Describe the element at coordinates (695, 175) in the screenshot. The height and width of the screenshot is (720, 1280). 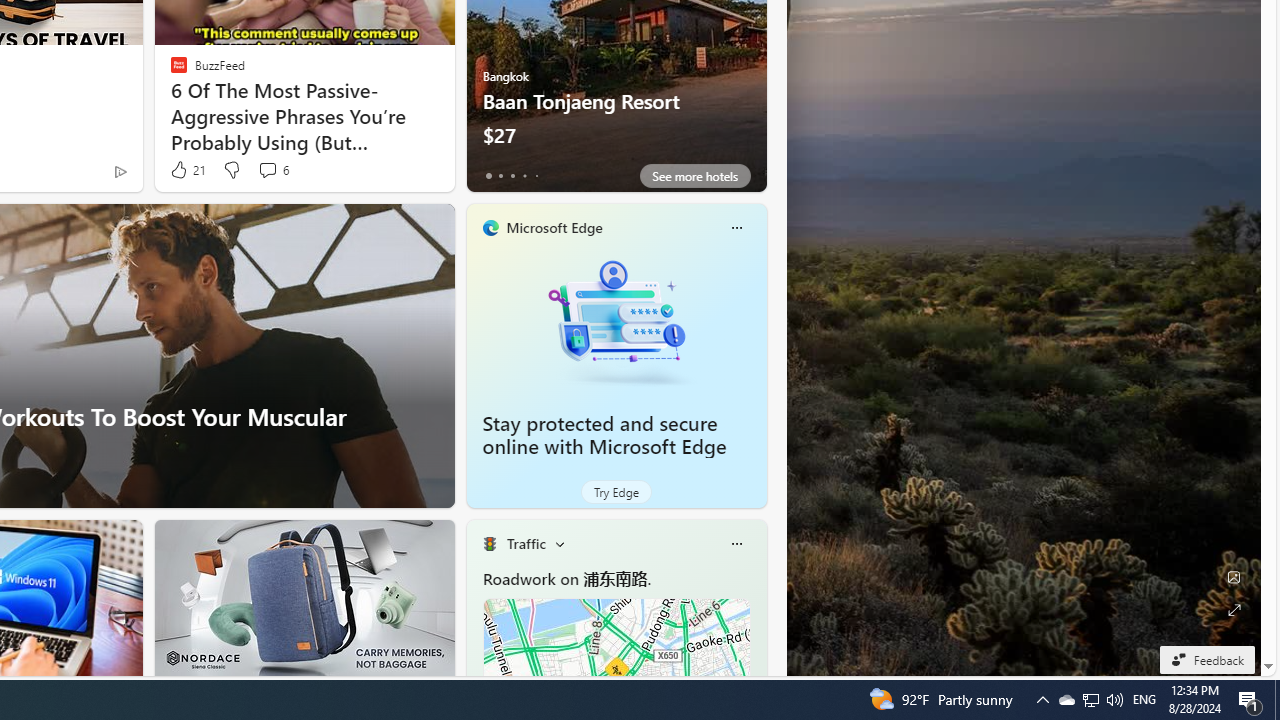
I see `'See more hotels'` at that location.